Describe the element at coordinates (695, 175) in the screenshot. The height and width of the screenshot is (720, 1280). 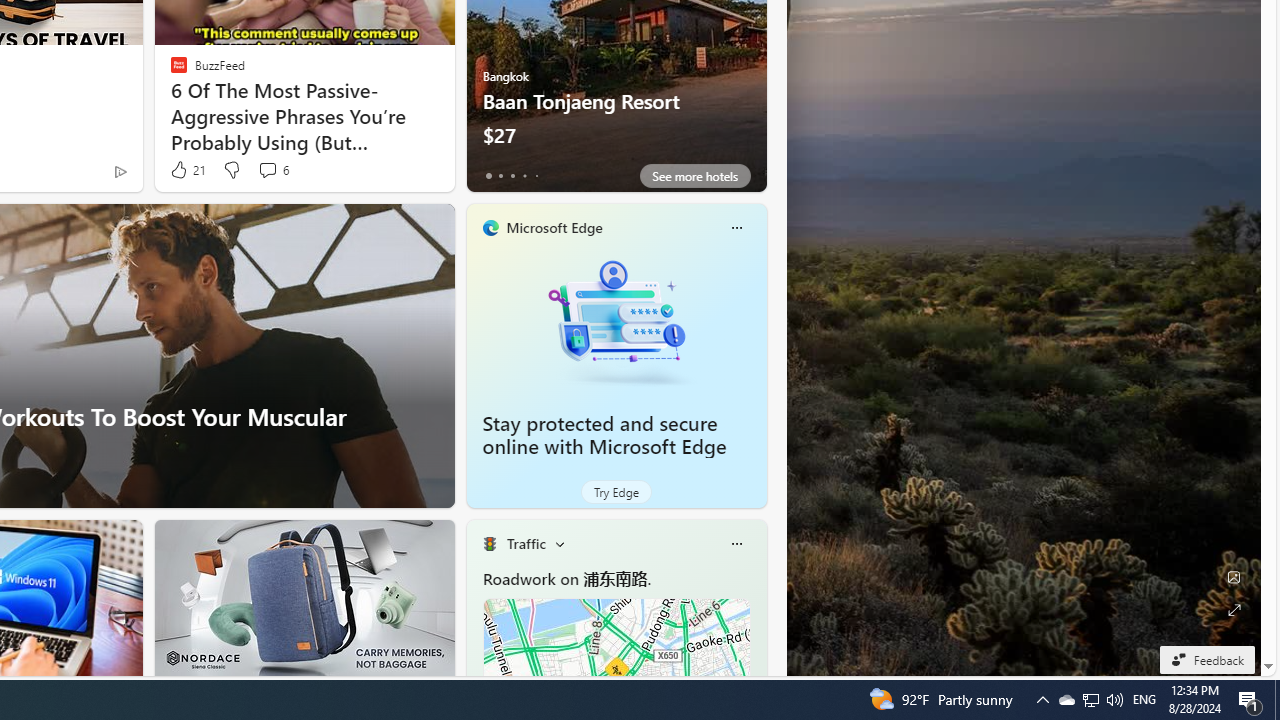
I see `'See more hotels'` at that location.